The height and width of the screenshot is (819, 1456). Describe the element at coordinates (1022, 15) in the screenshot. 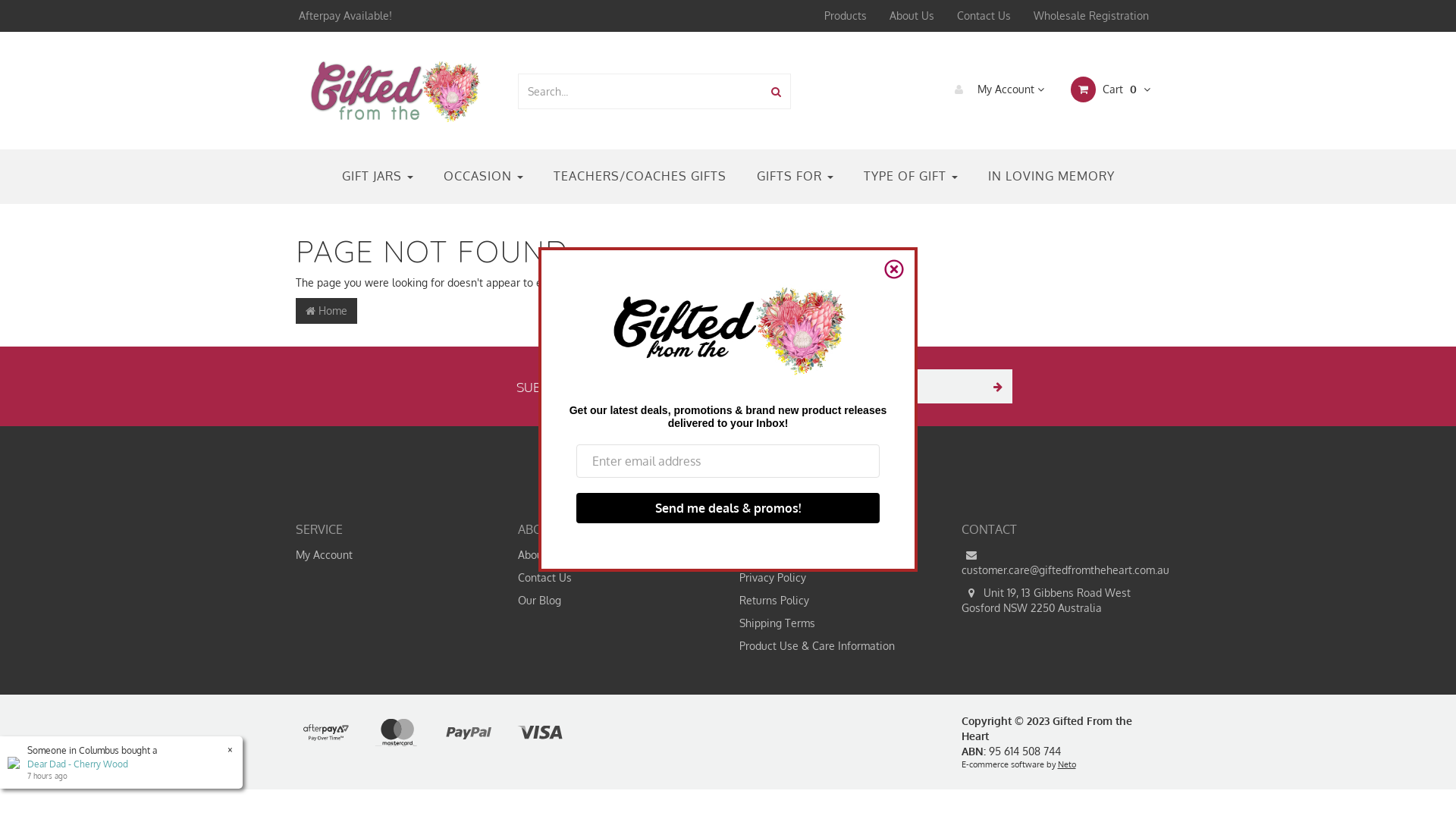

I see `'Wholesale Registration'` at that location.